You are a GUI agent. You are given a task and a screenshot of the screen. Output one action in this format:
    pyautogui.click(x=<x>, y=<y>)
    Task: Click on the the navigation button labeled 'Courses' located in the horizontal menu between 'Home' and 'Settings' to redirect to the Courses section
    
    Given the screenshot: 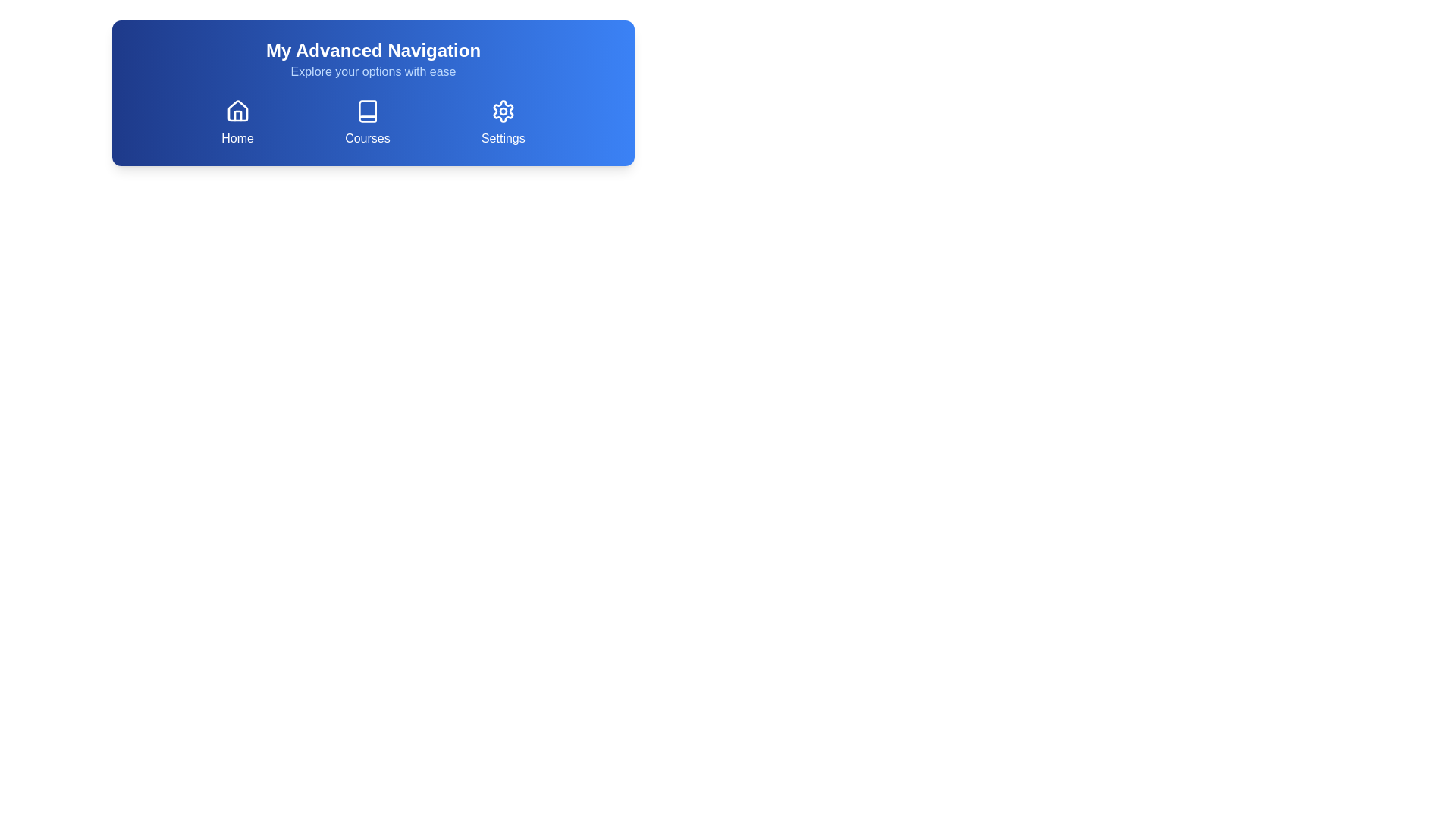 What is the action you would take?
    pyautogui.click(x=367, y=122)
    